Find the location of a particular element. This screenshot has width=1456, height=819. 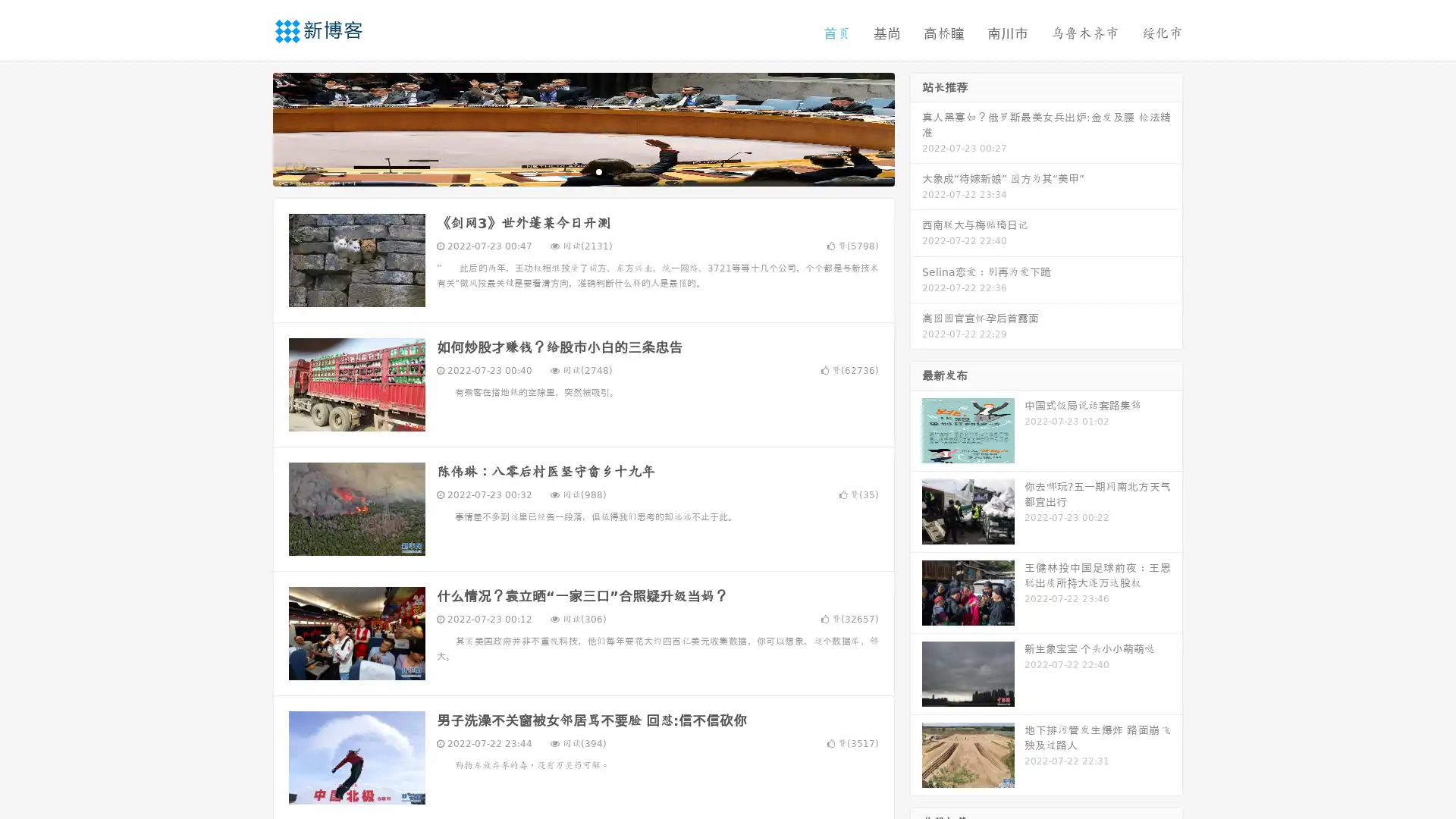

Go to slide 1 is located at coordinates (567, 171).